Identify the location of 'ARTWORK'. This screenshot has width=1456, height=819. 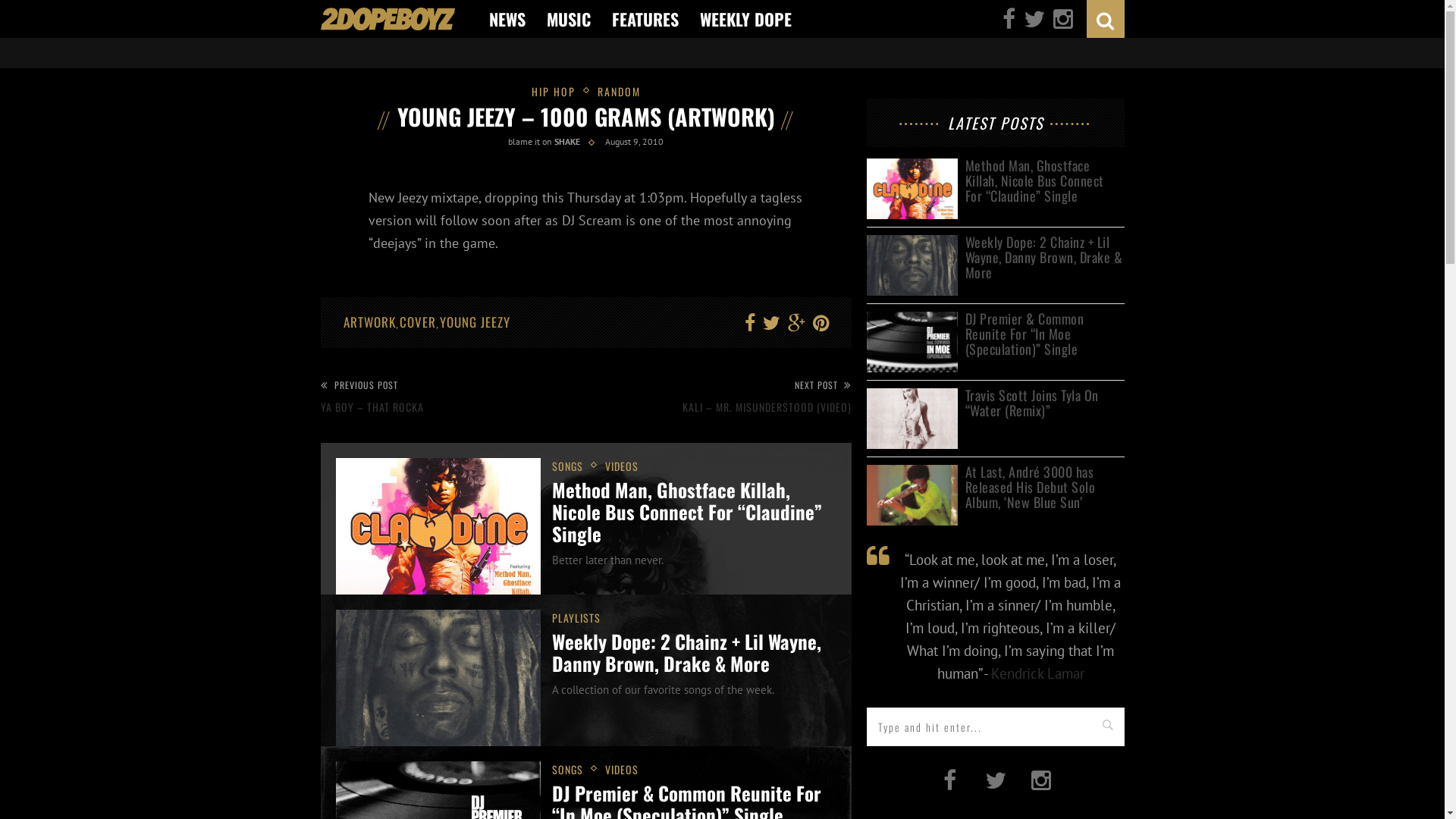
(369, 321).